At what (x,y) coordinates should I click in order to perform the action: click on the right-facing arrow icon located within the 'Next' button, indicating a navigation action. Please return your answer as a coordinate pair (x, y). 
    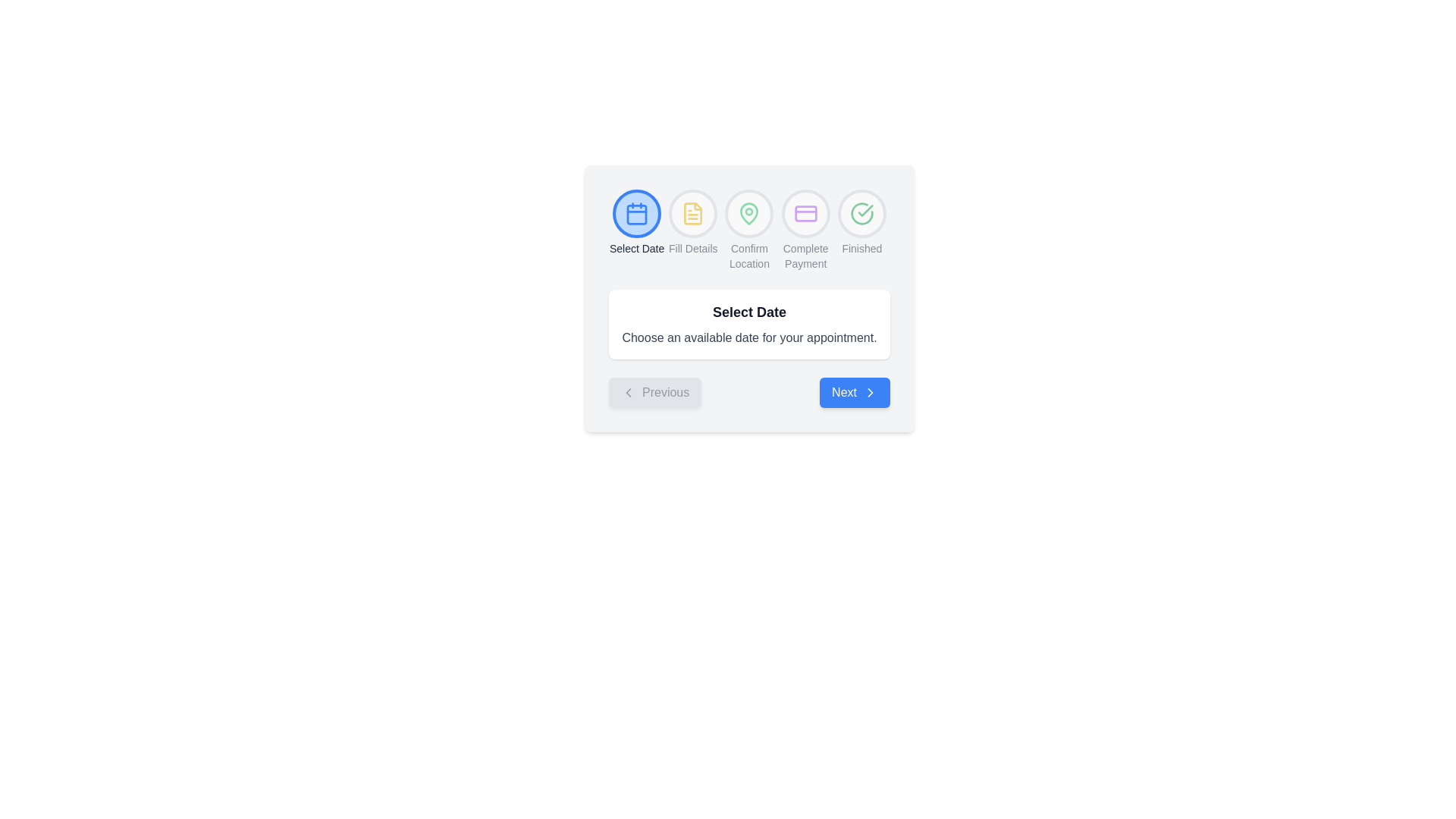
    Looking at the image, I should click on (870, 391).